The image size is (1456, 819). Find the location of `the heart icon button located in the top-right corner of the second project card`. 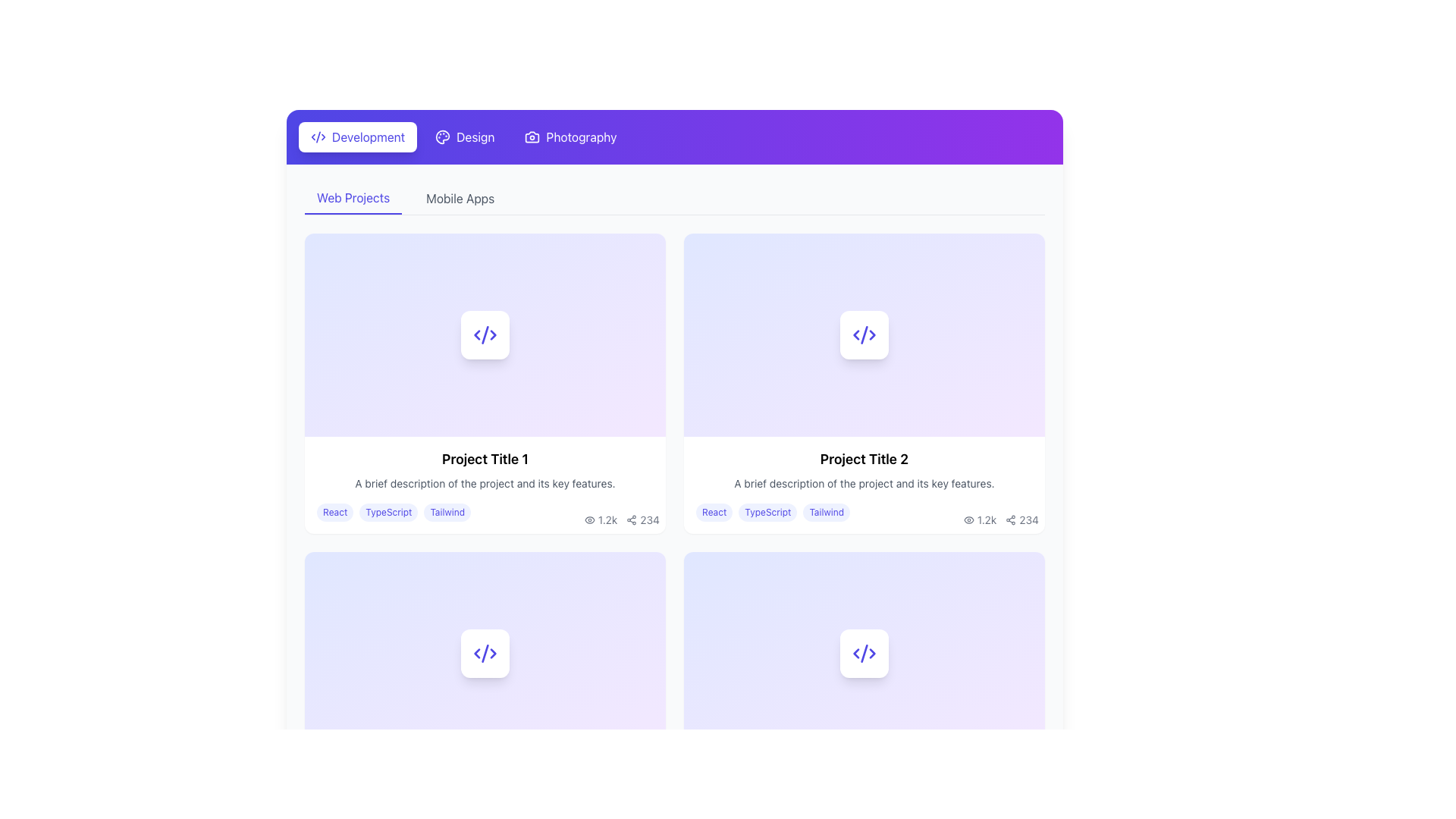

the heart icon button located in the top-right corner of the second project card is located at coordinates (1026, 250).